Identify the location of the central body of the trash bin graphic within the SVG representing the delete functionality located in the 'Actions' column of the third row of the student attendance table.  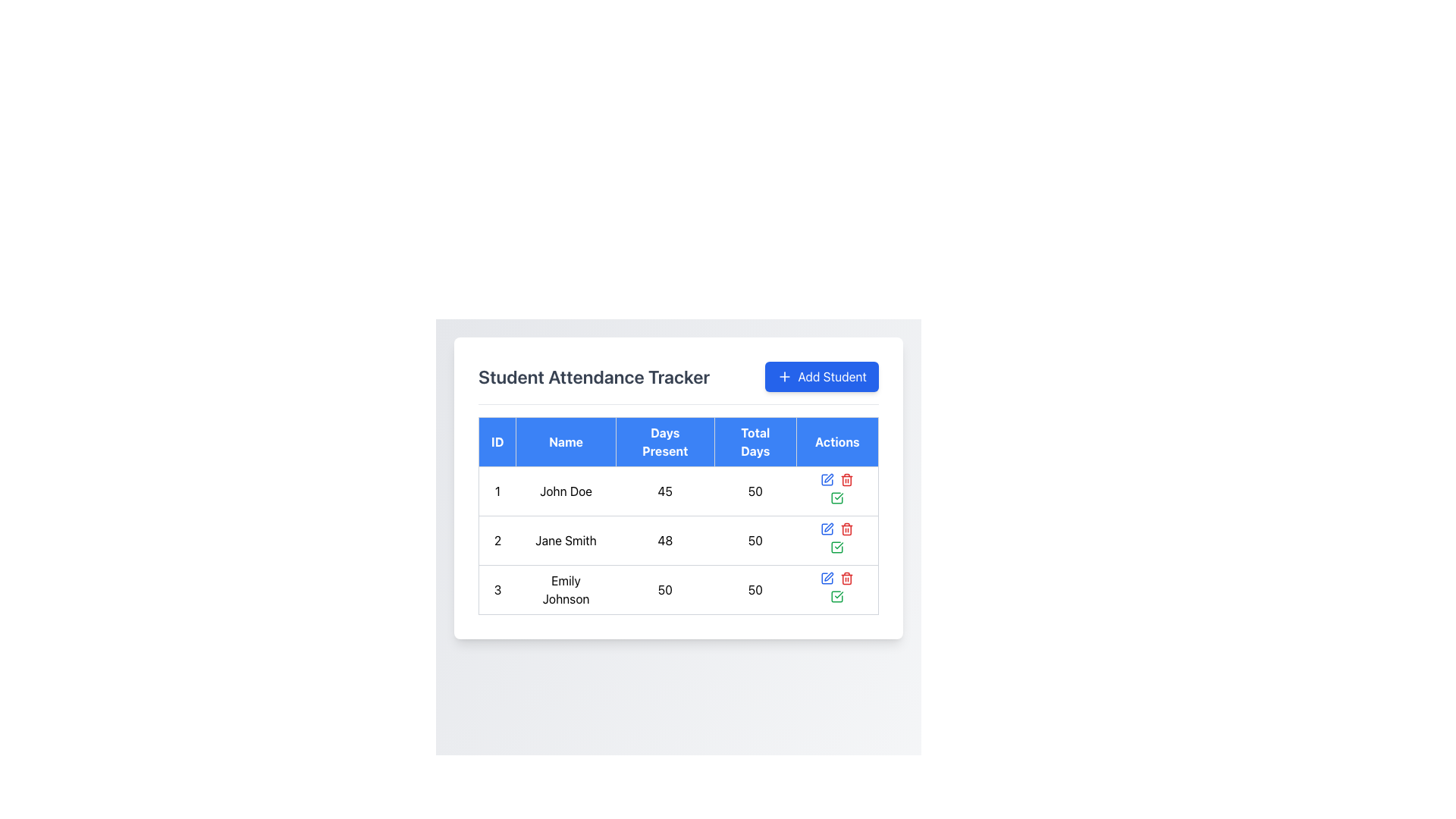
(846, 579).